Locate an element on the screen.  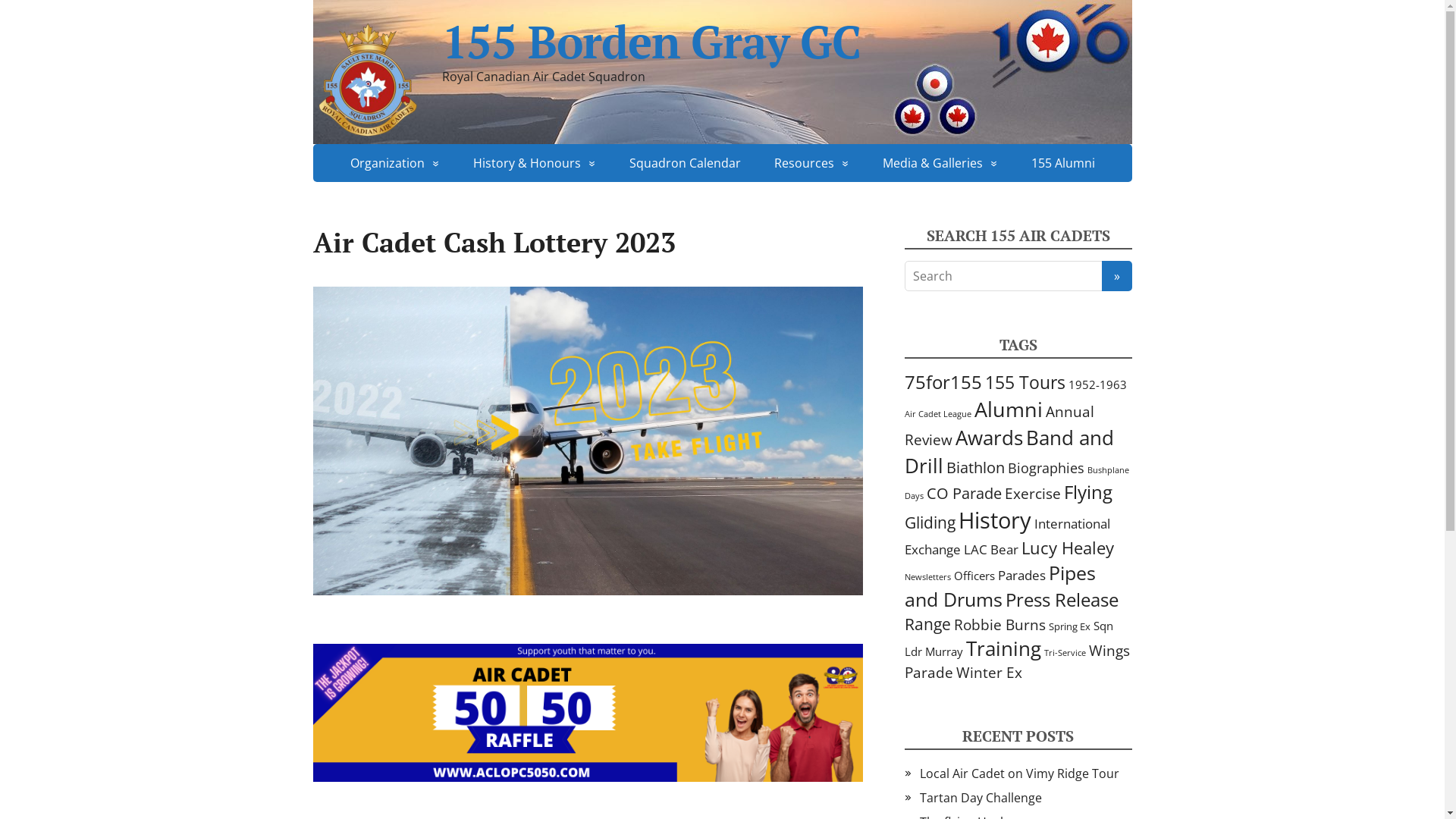
'History & Honours' is located at coordinates (535, 163).